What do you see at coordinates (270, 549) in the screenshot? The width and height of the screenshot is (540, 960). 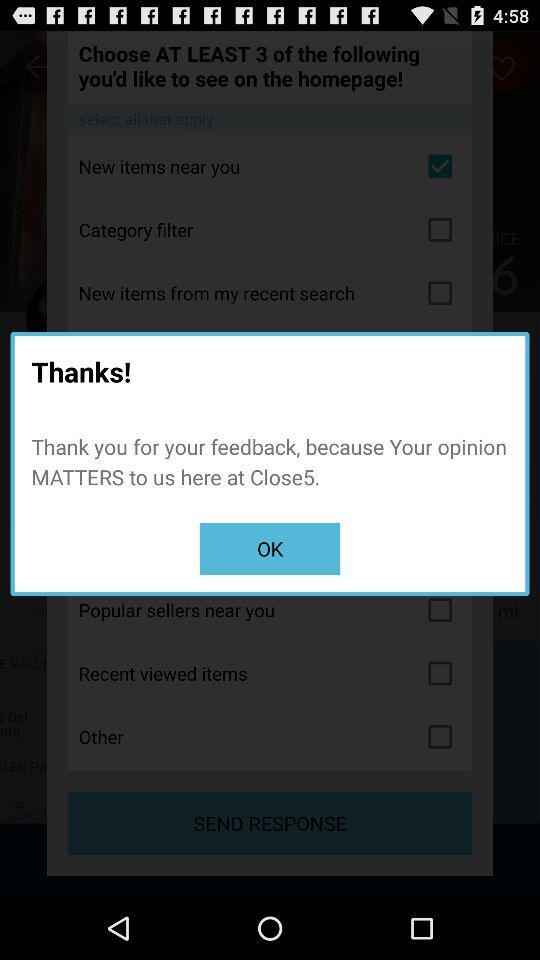 I see `the ok` at bounding box center [270, 549].